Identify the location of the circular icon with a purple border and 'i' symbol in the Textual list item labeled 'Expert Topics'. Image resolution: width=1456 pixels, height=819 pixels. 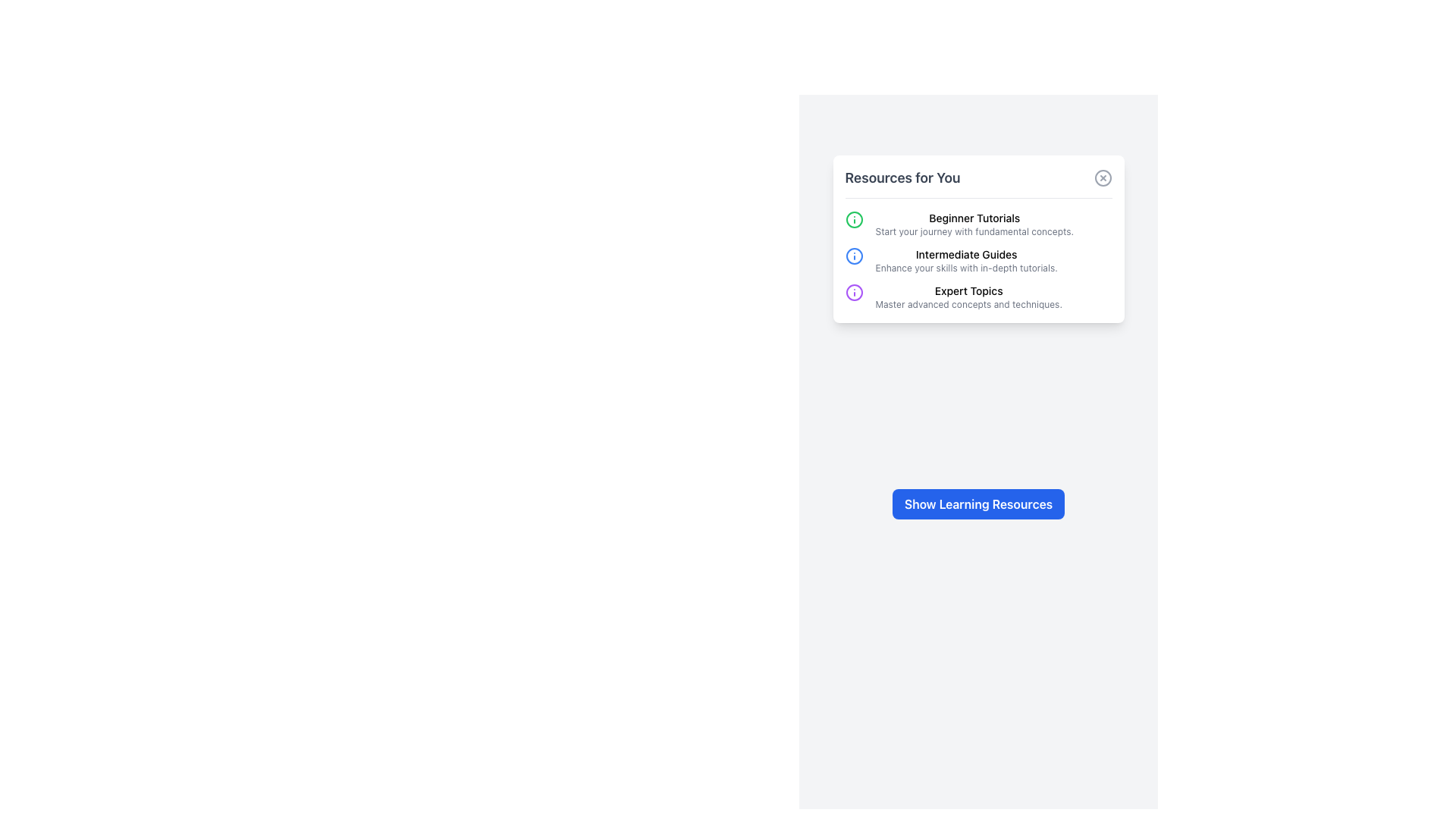
(978, 297).